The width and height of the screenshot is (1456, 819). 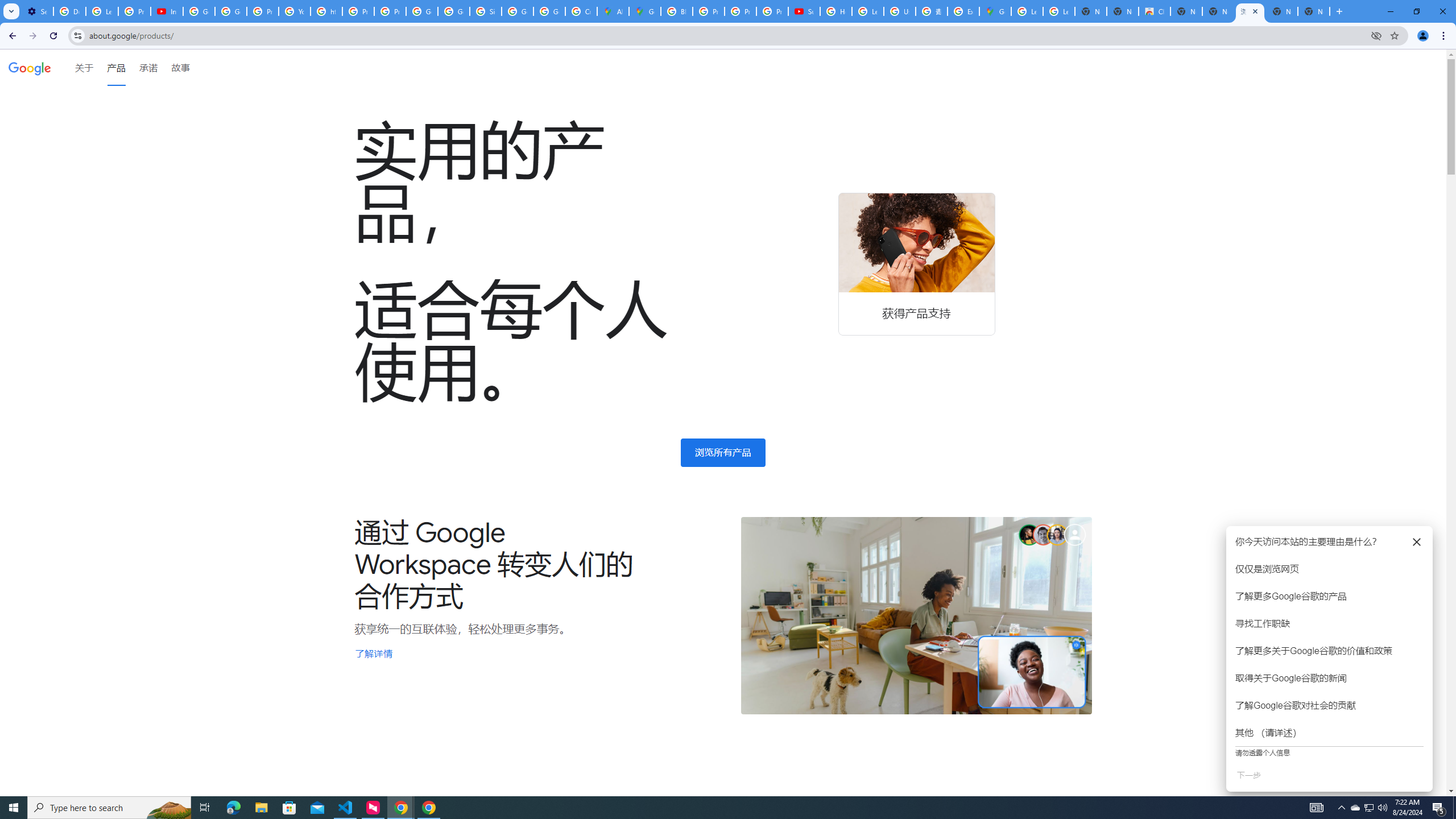 I want to click on 'Learn how to find your photos - Google Photos Help', so click(x=102, y=11).